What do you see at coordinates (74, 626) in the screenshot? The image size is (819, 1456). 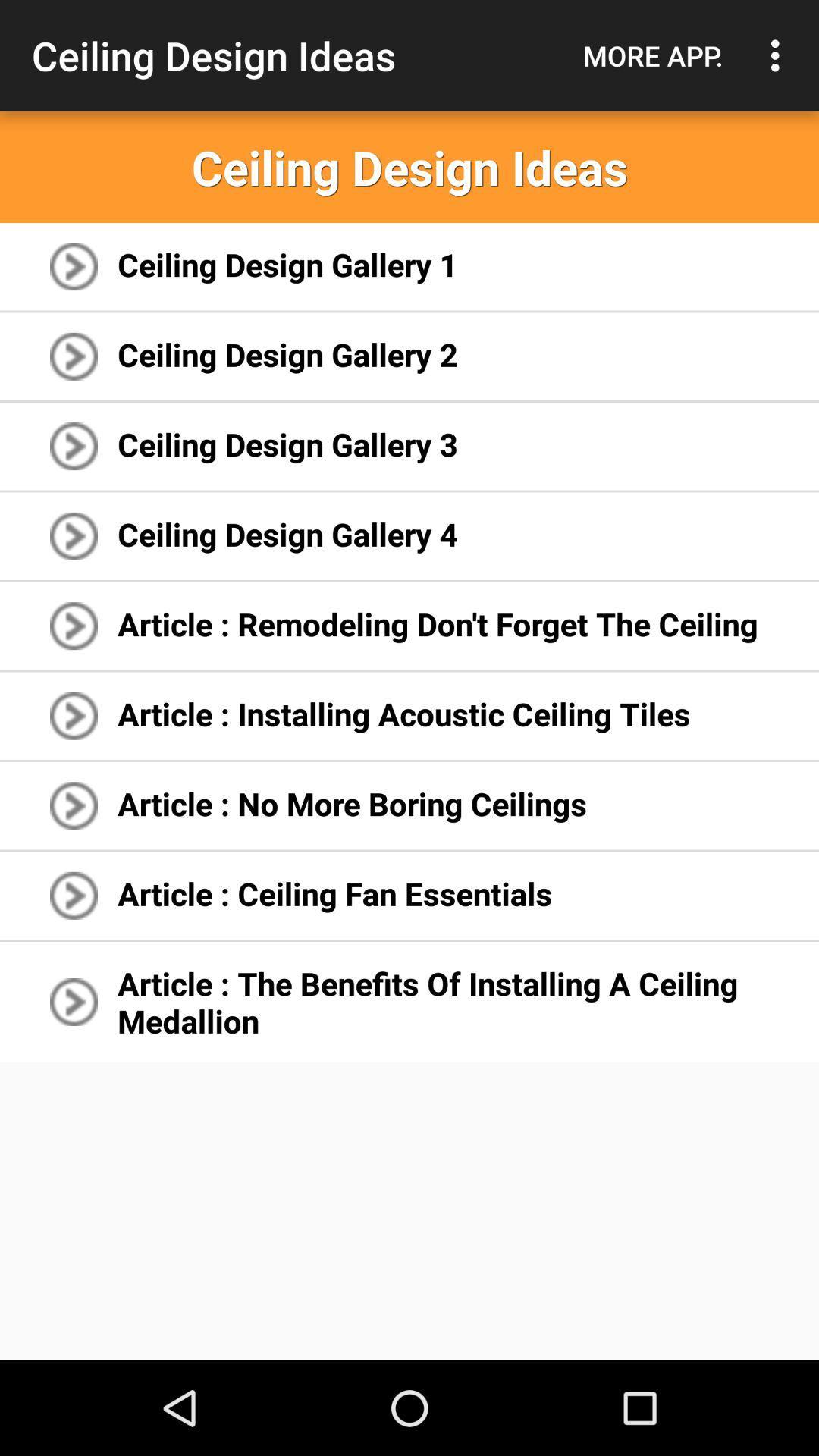 I see `fifth right arrow icon from top` at bounding box center [74, 626].